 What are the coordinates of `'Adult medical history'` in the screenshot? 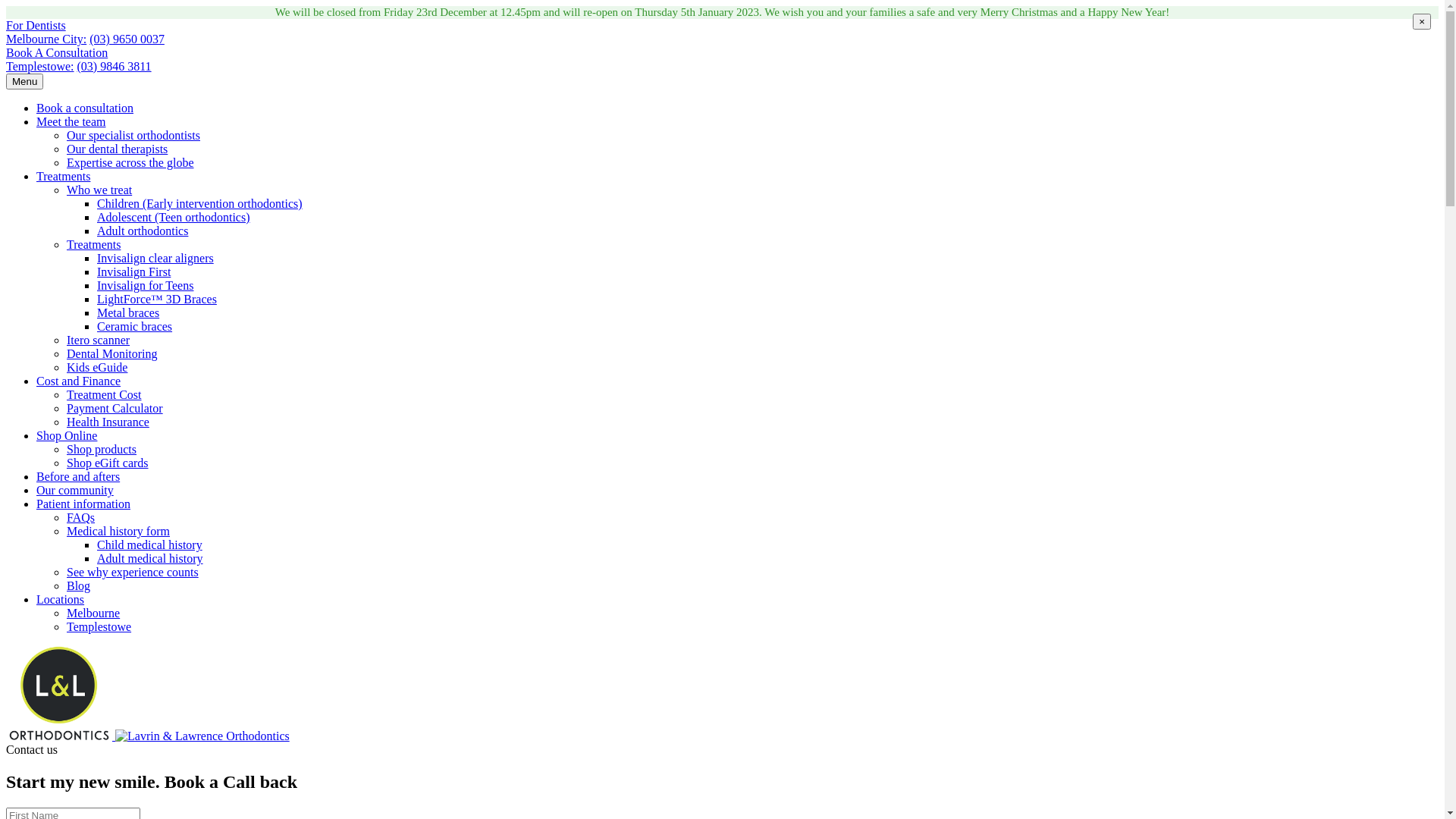 It's located at (149, 558).